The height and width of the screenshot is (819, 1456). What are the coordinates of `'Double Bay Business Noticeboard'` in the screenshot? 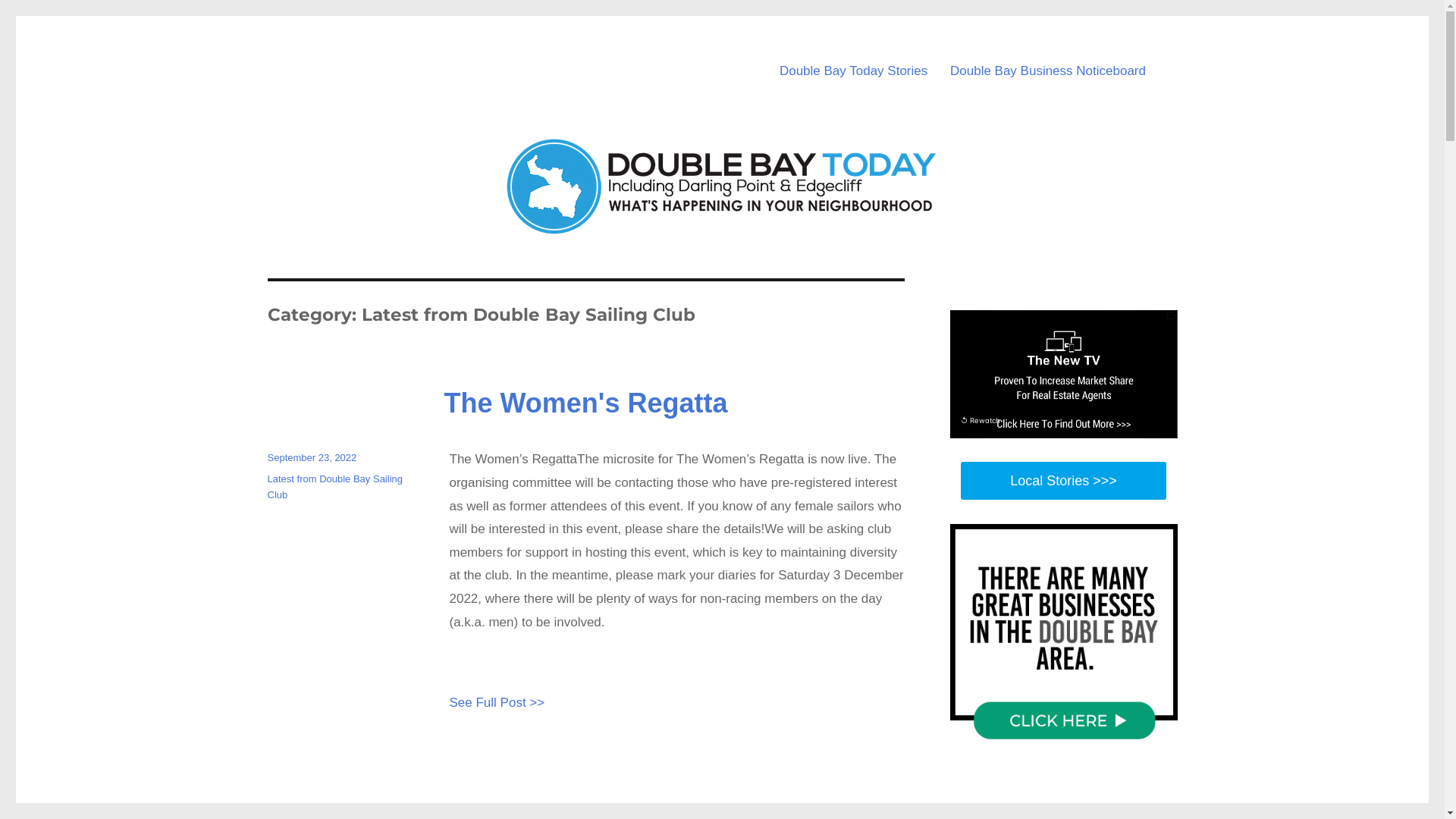 It's located at (1047, 71).